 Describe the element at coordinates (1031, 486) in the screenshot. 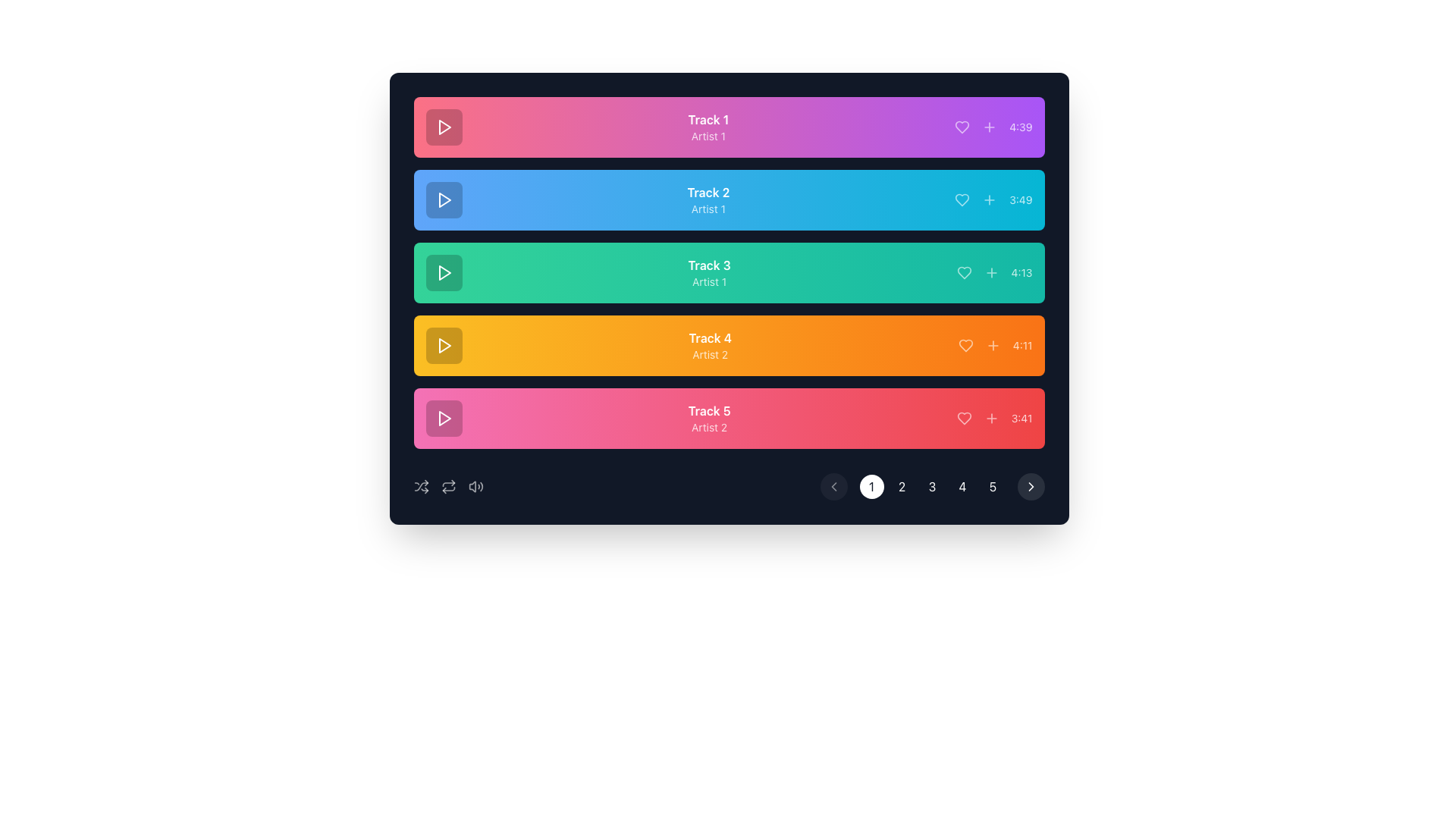

I see `the navigation chevron icon embedded in the circular button located in the bottom-right corner of the interface for guidance on navigation` at that location.